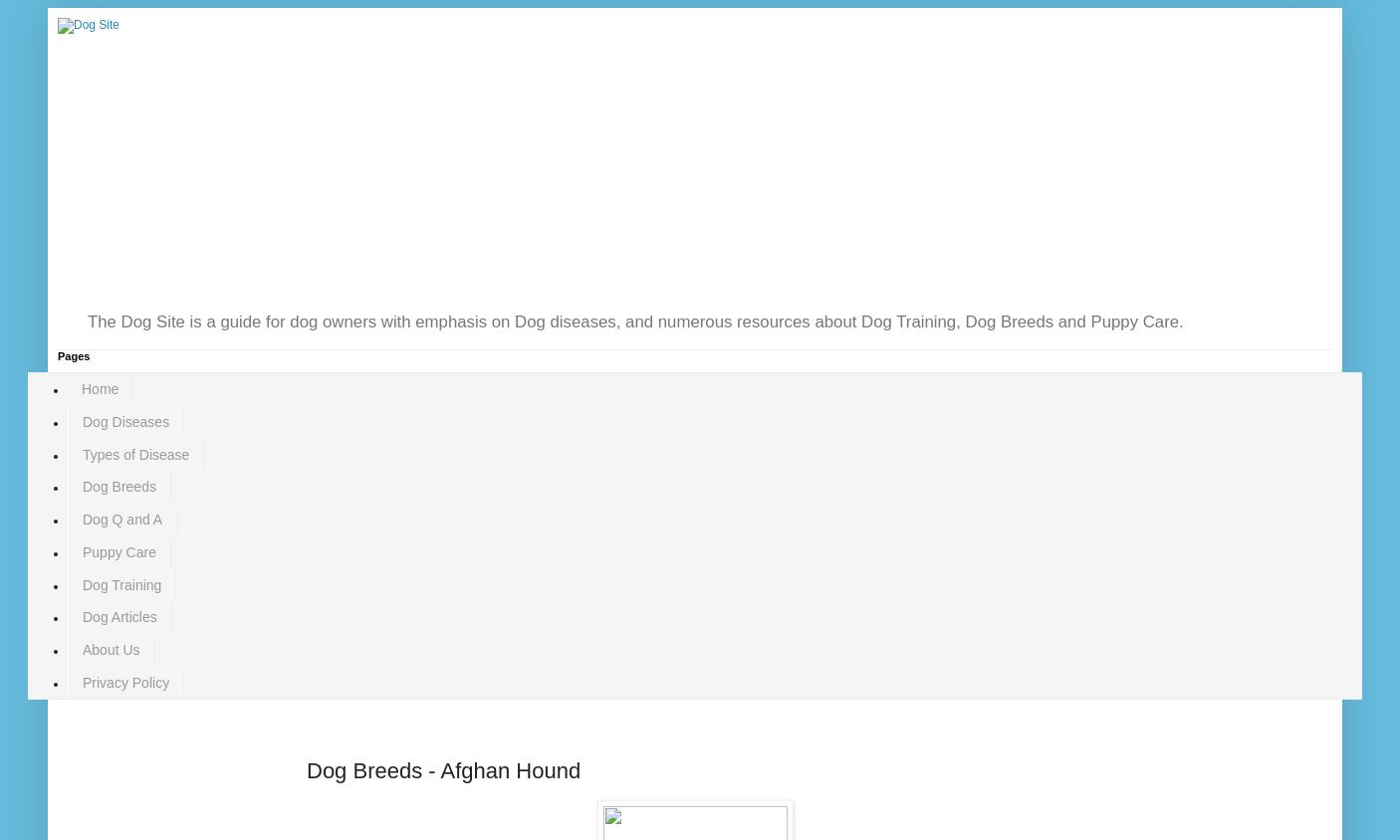 The image size is (1400, 840). What do you see at coordinates (135, 453) in the screenshot?
I see `'Types of Disease'` at bounding box center [135, 453].